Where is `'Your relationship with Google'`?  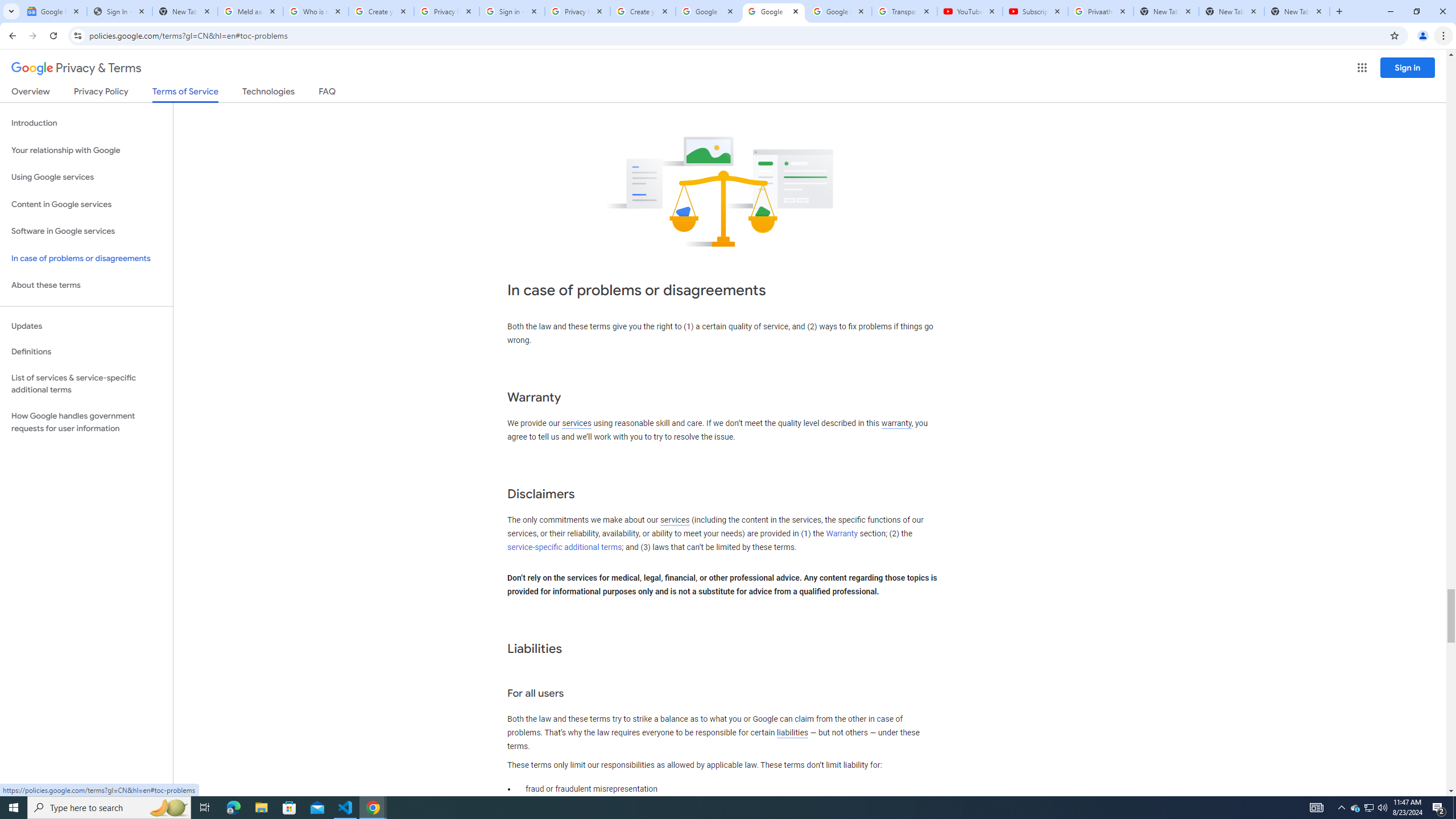 'Your relationship with Google' is located at coordinates (86, 150).